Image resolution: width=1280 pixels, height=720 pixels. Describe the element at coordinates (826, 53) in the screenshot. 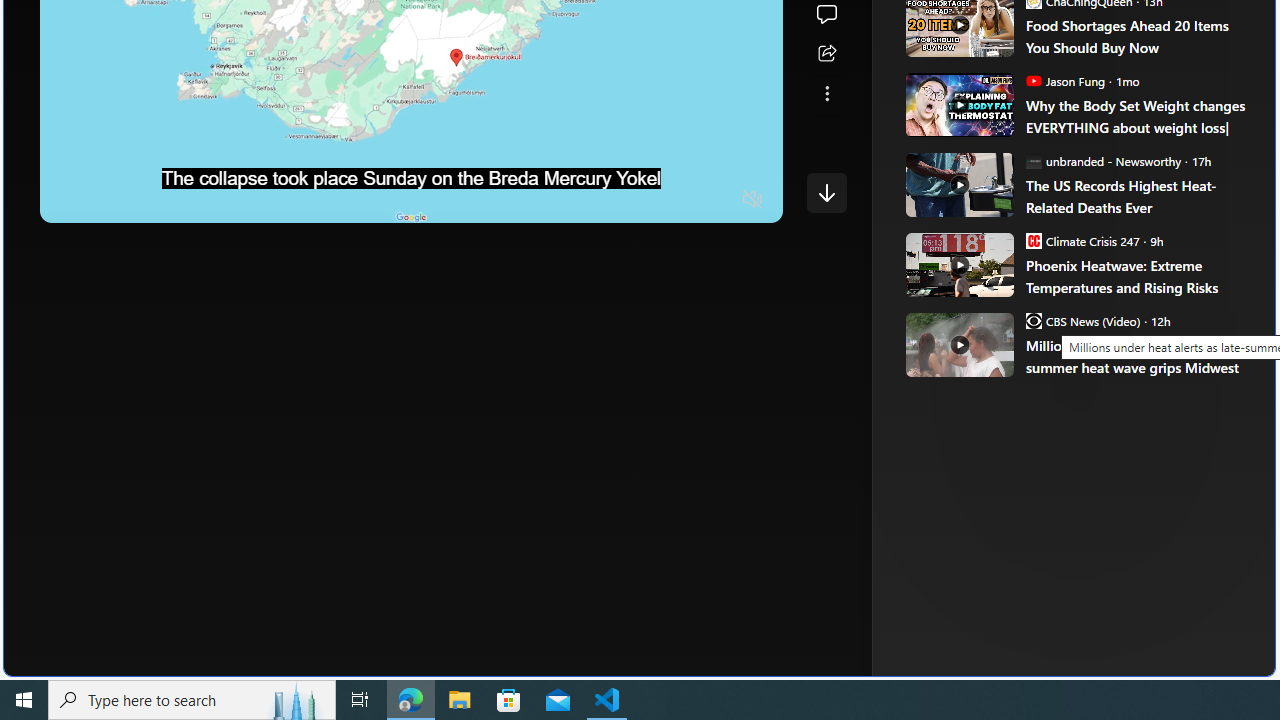

I see `'Share this story'` at that location.